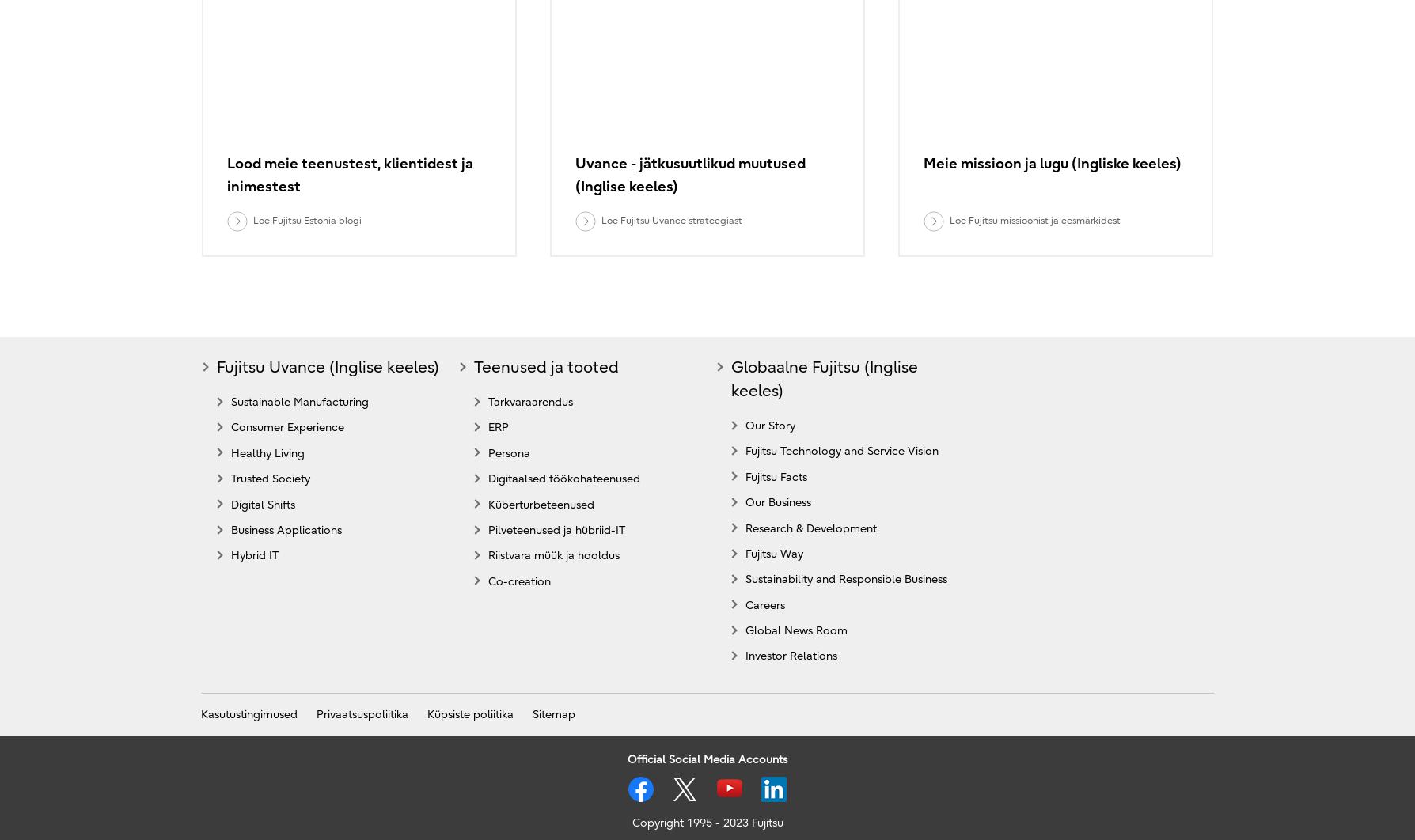 Image resolution: width=1415 pixels, height=840 pixels. Describe the element at coordinates (563, 479) in the screenshot. I see `'Digitaalsed töökohateenused'` at that location.